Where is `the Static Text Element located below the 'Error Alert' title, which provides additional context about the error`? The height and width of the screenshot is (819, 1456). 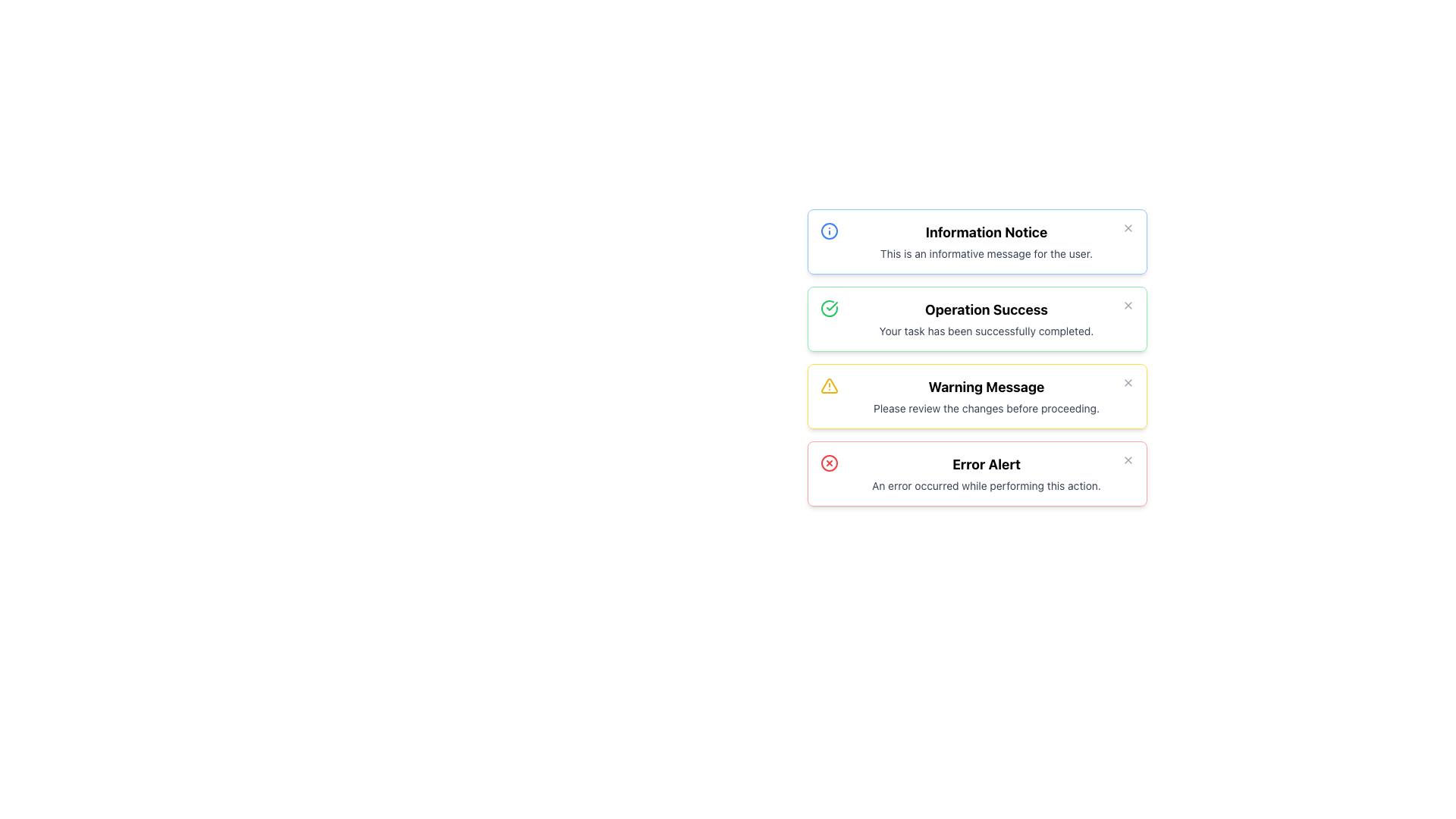 the Static Text Element located below the 'Error Alert' title, which provides additional context about the error is located at coordinates (986, 485).